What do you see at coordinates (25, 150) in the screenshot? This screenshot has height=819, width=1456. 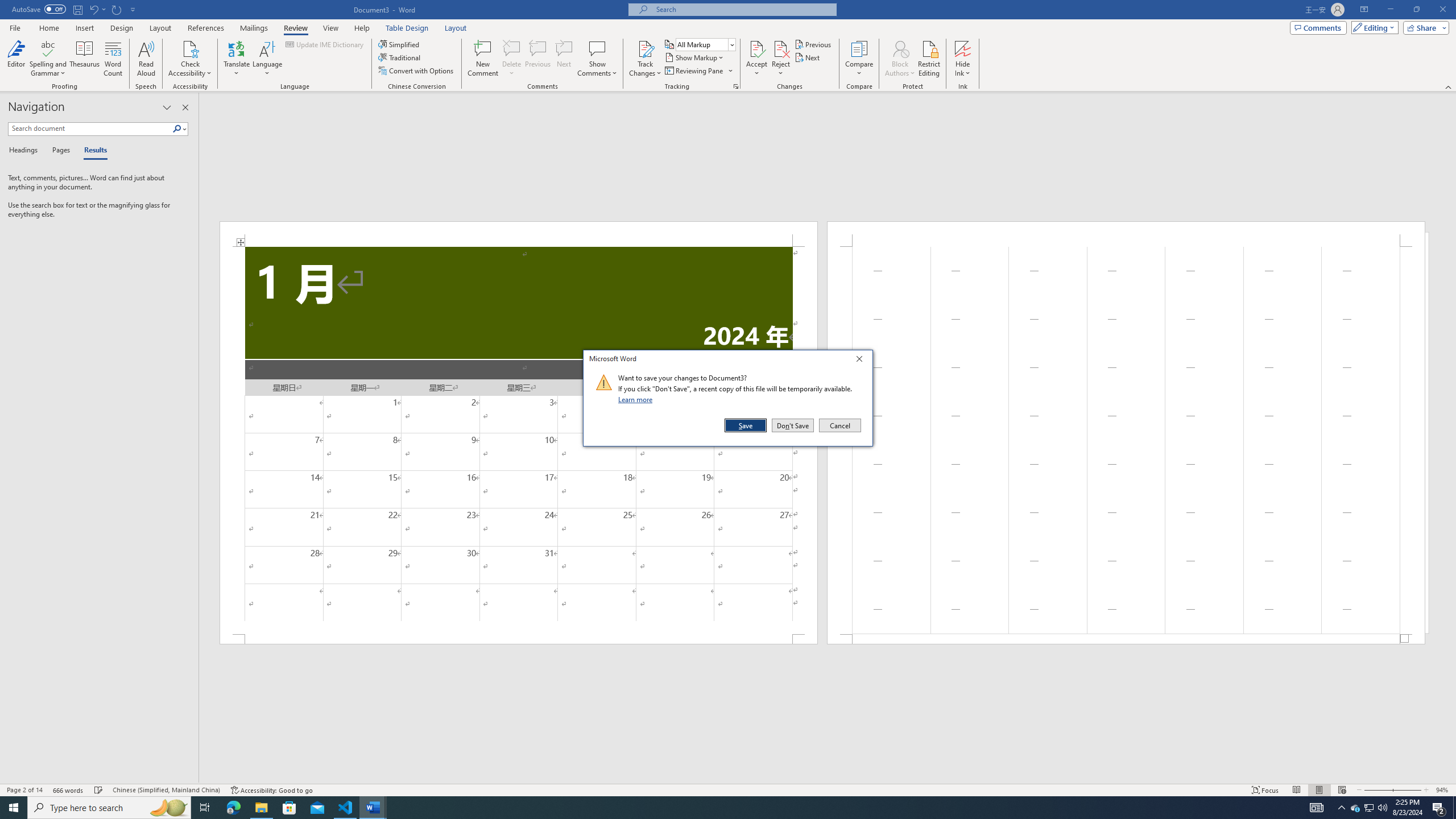 I see `'Headings'` at bounding box center [25, 150].